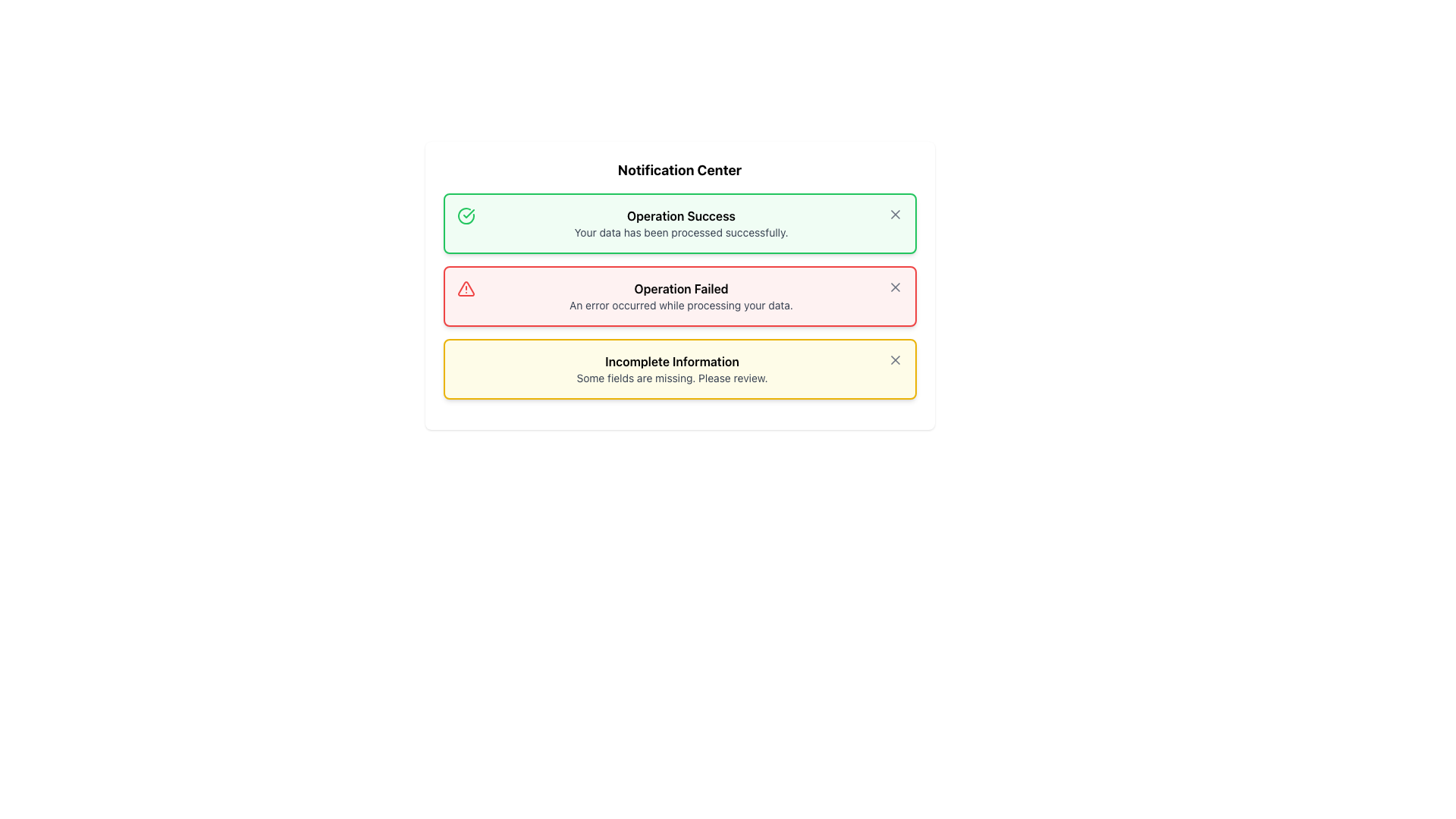 The image size is (1456, 819). Describe the element at coordinates (671, 369) in the screenshot. I see `the static text block that indicates 'Incomplete Information' with a yellow background, located in the third notification box from the top in the notification center` at that location.